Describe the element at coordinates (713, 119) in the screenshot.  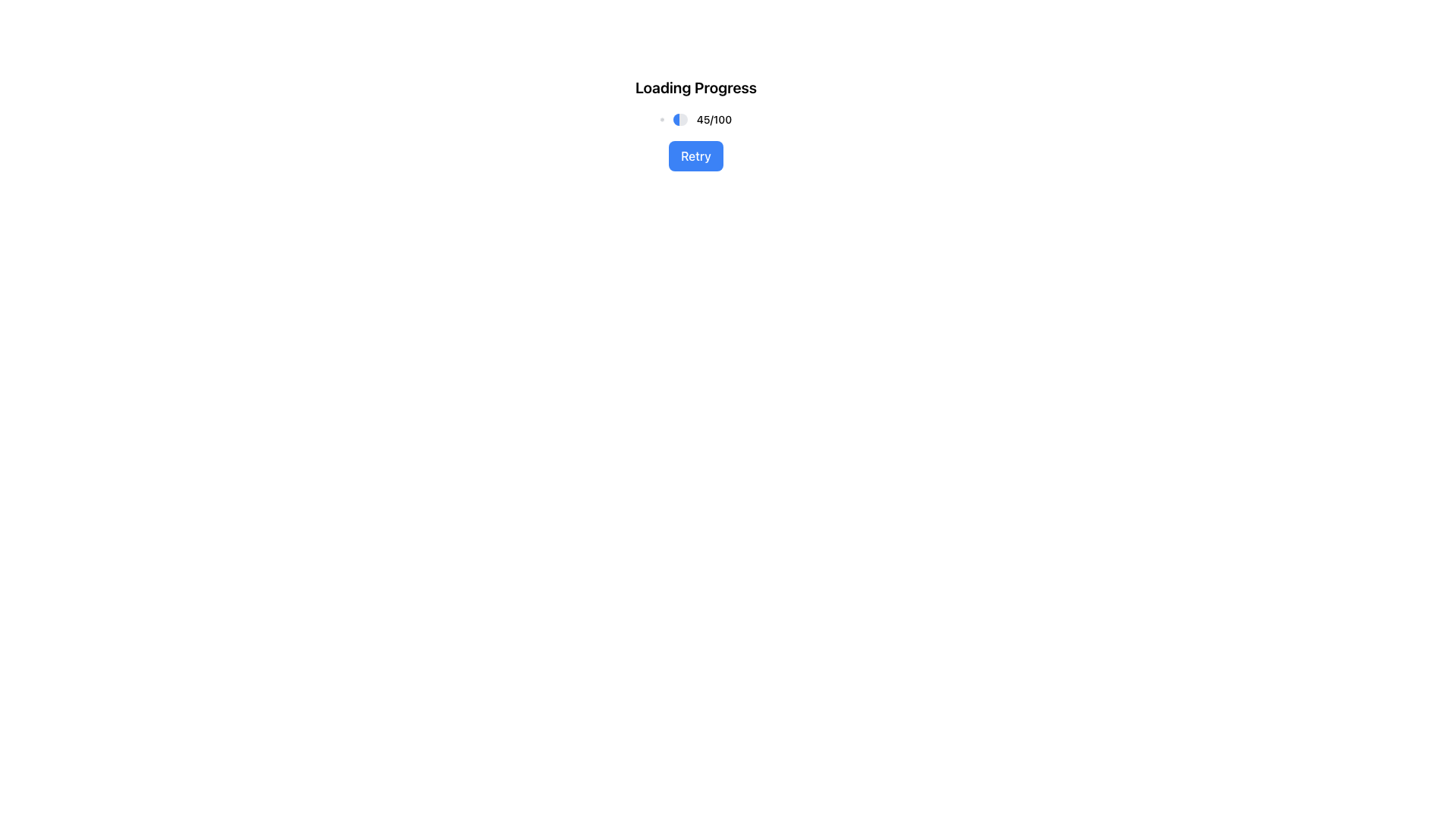
I see `the text label displaying '45/100', which is positioned to the right of a progress bar and a spinner icon, centered vertically with these elements` at that location.